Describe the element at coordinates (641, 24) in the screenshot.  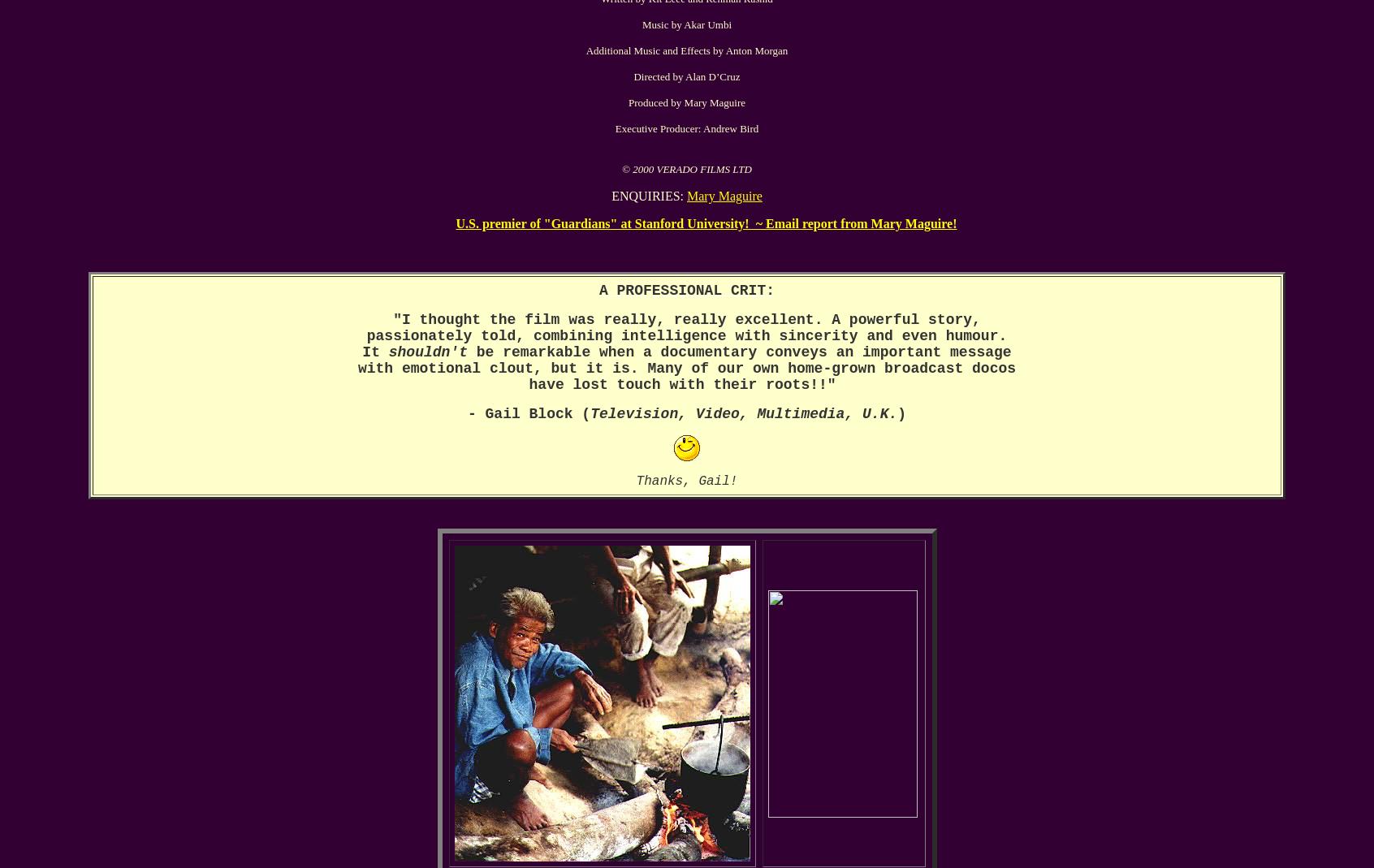
I see `'Music by Akar Umbi'` at that location.